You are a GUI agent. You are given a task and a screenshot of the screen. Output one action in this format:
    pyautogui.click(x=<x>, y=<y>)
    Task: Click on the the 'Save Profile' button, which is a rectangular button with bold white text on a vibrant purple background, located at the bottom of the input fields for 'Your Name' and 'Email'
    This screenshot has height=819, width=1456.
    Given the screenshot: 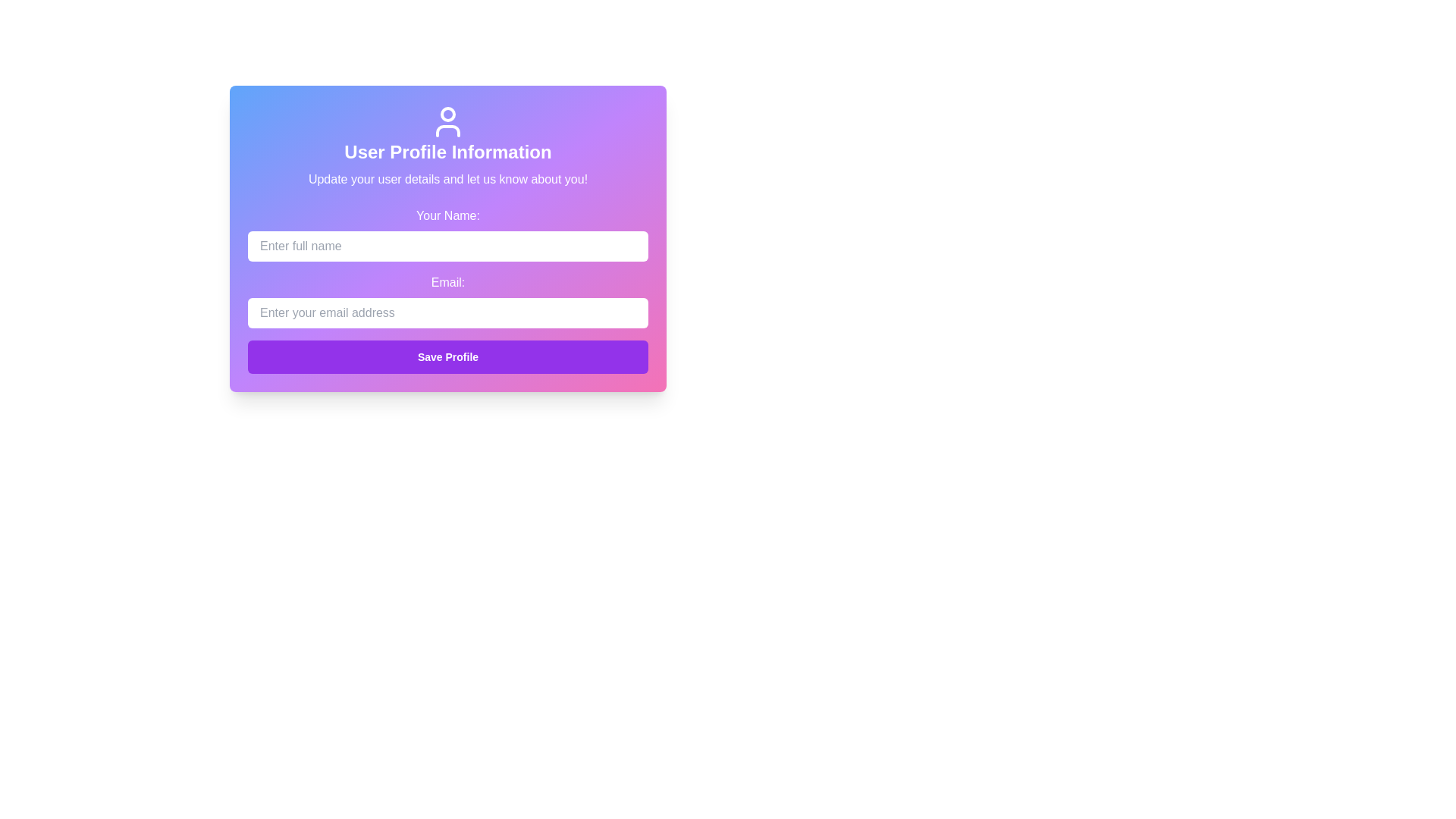 What is the action you would take?
    pyautogui.click(x=447, y=356)
    